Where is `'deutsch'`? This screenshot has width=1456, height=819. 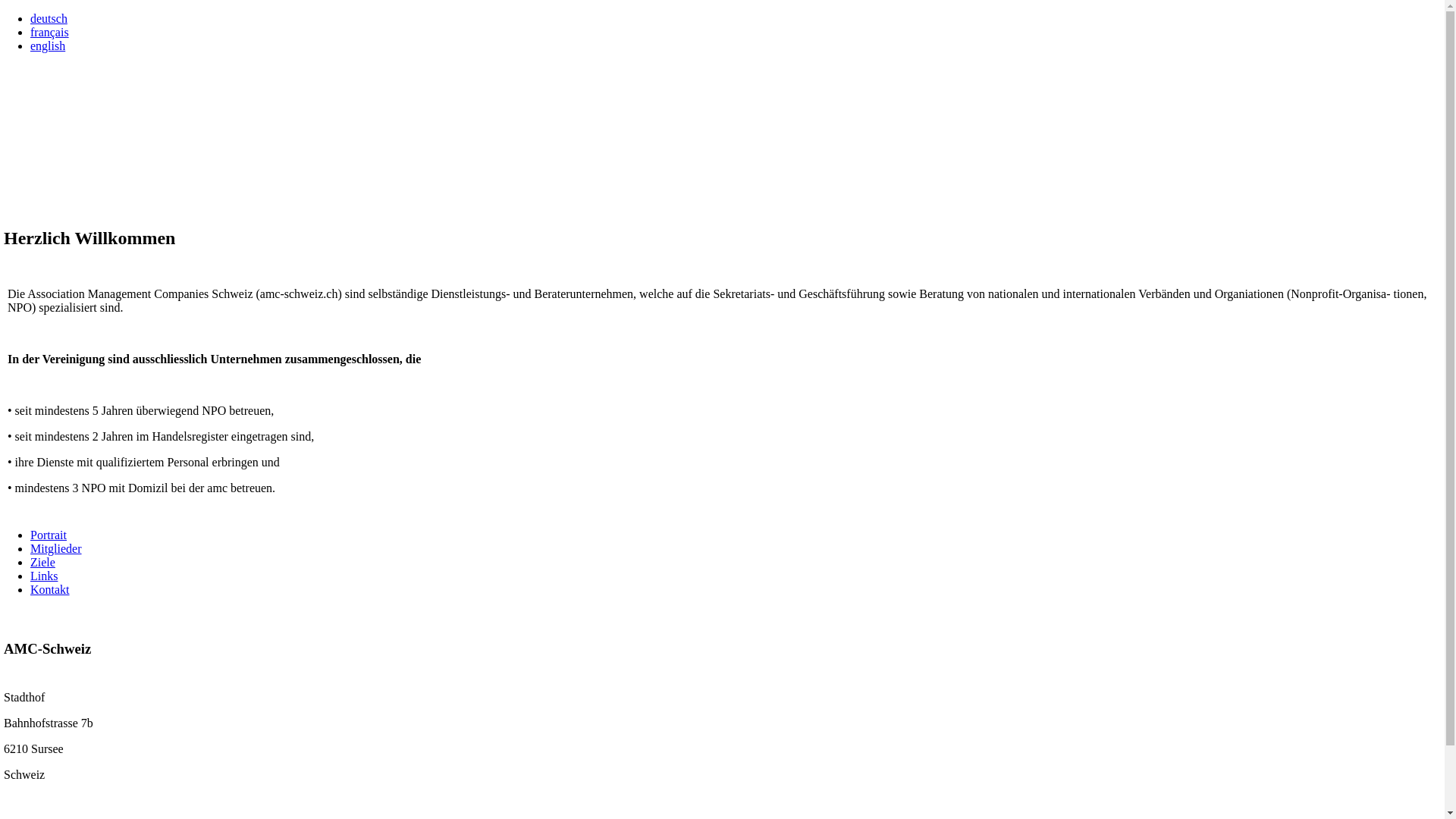 'deutsch' is located at coordinates (30, 18).